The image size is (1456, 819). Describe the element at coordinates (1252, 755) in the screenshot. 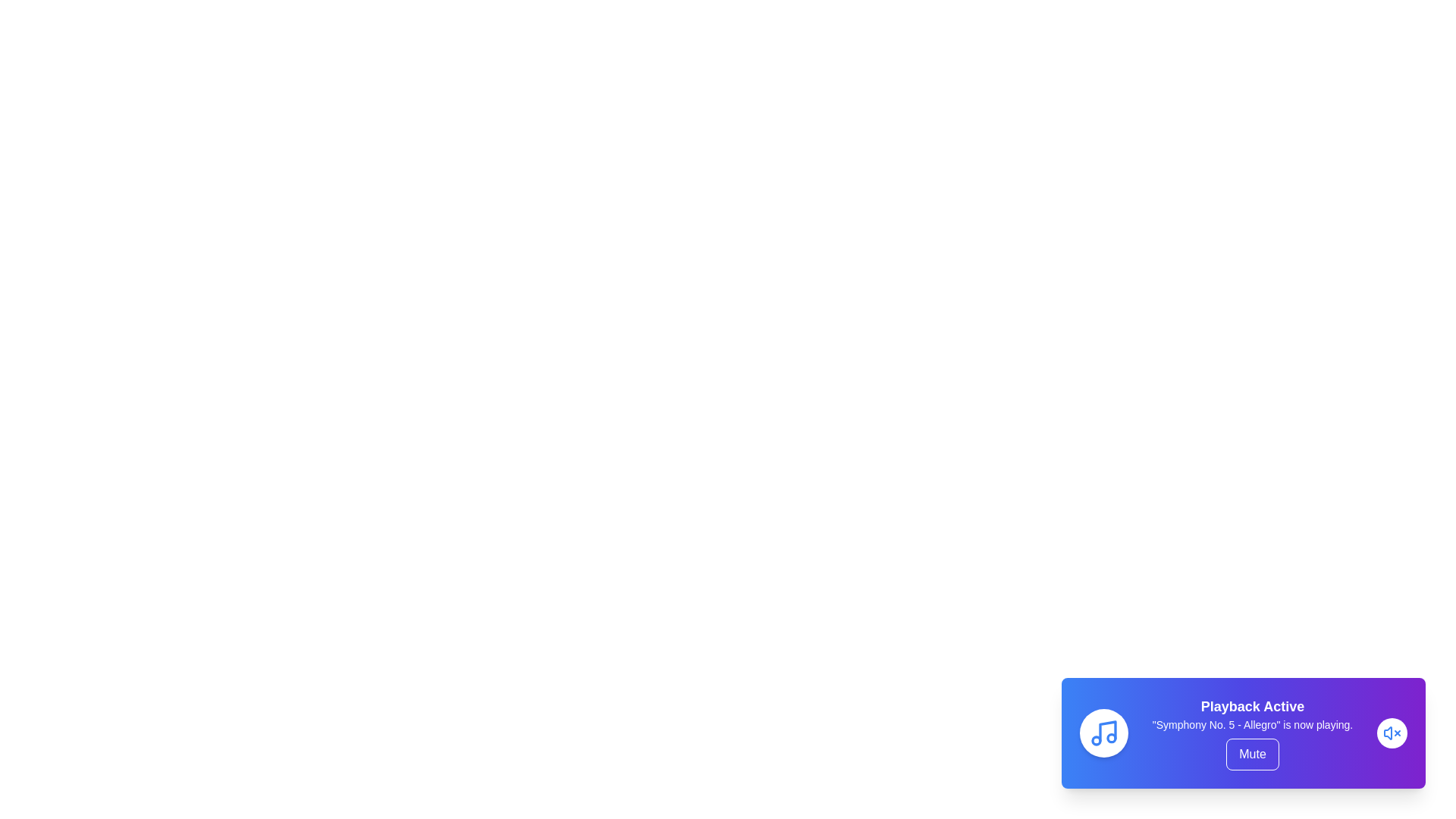

I see `the mute/unmute button to toggle the sound state` at that location.